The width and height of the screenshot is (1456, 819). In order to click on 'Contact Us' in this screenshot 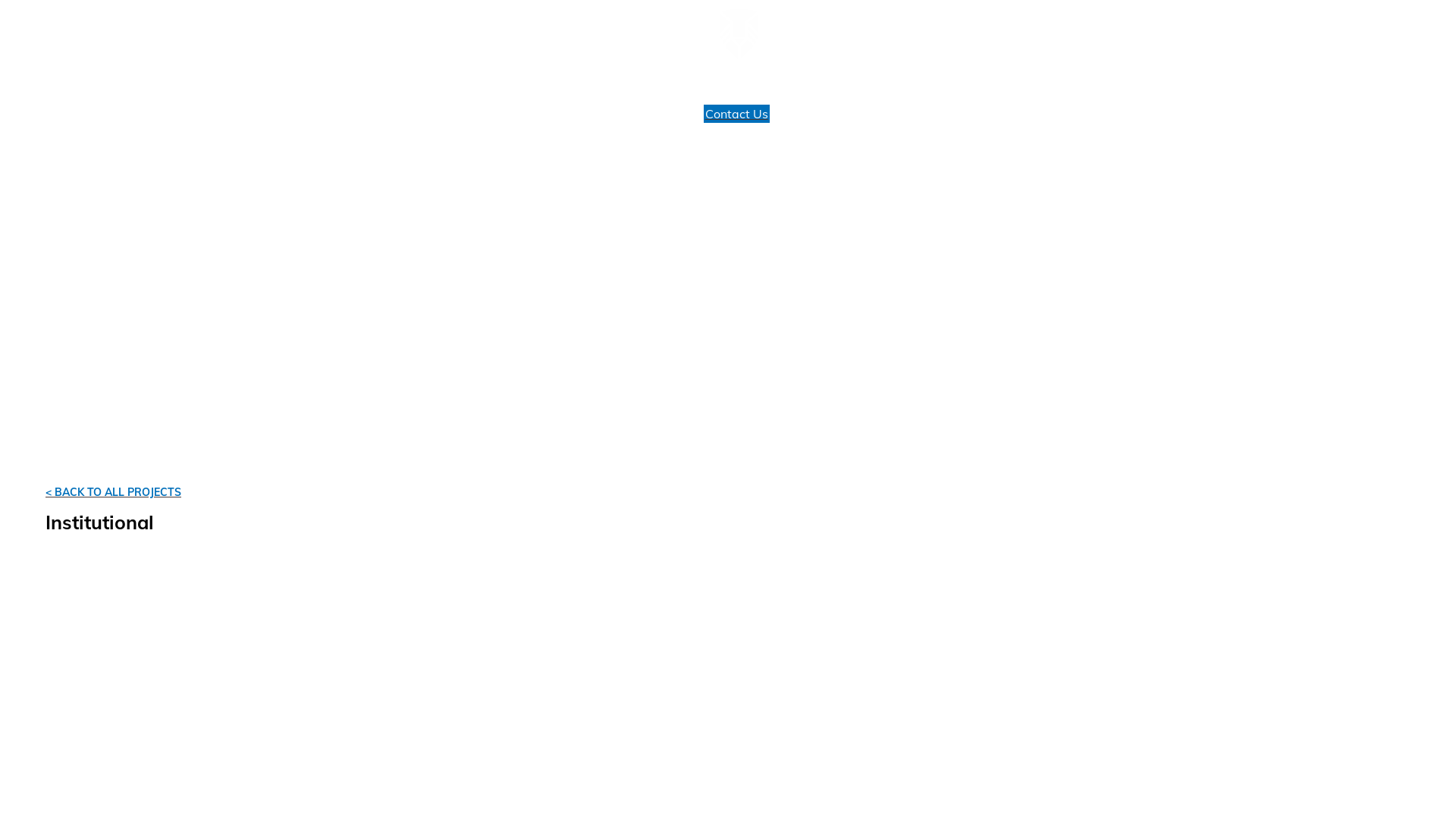, I will do `click(736, 113)`.